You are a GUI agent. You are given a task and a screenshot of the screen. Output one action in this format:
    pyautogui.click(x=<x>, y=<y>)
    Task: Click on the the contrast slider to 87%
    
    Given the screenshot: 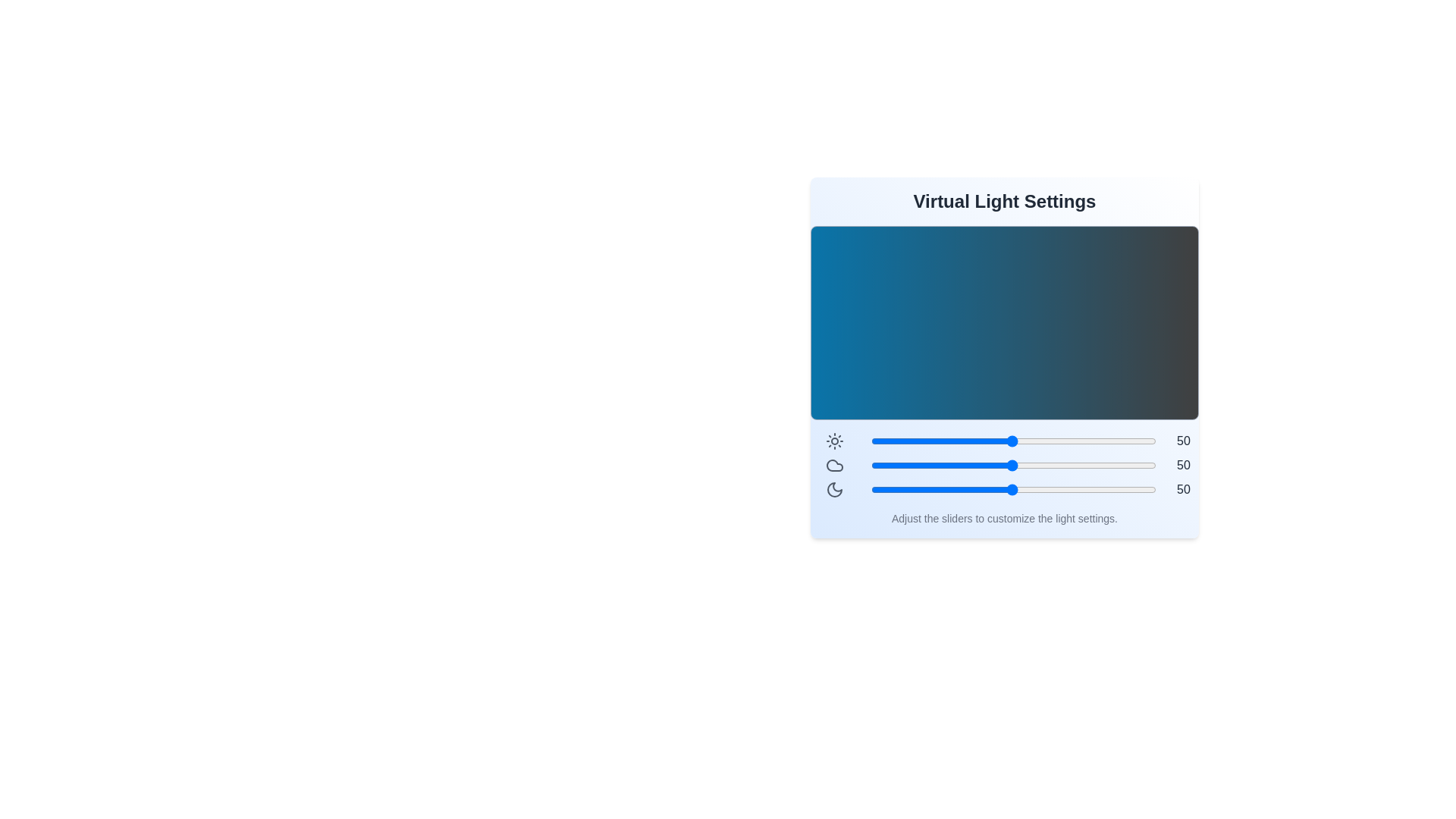 What is the action you would take?
    pyautogui.click(x=1119, y=441)
    